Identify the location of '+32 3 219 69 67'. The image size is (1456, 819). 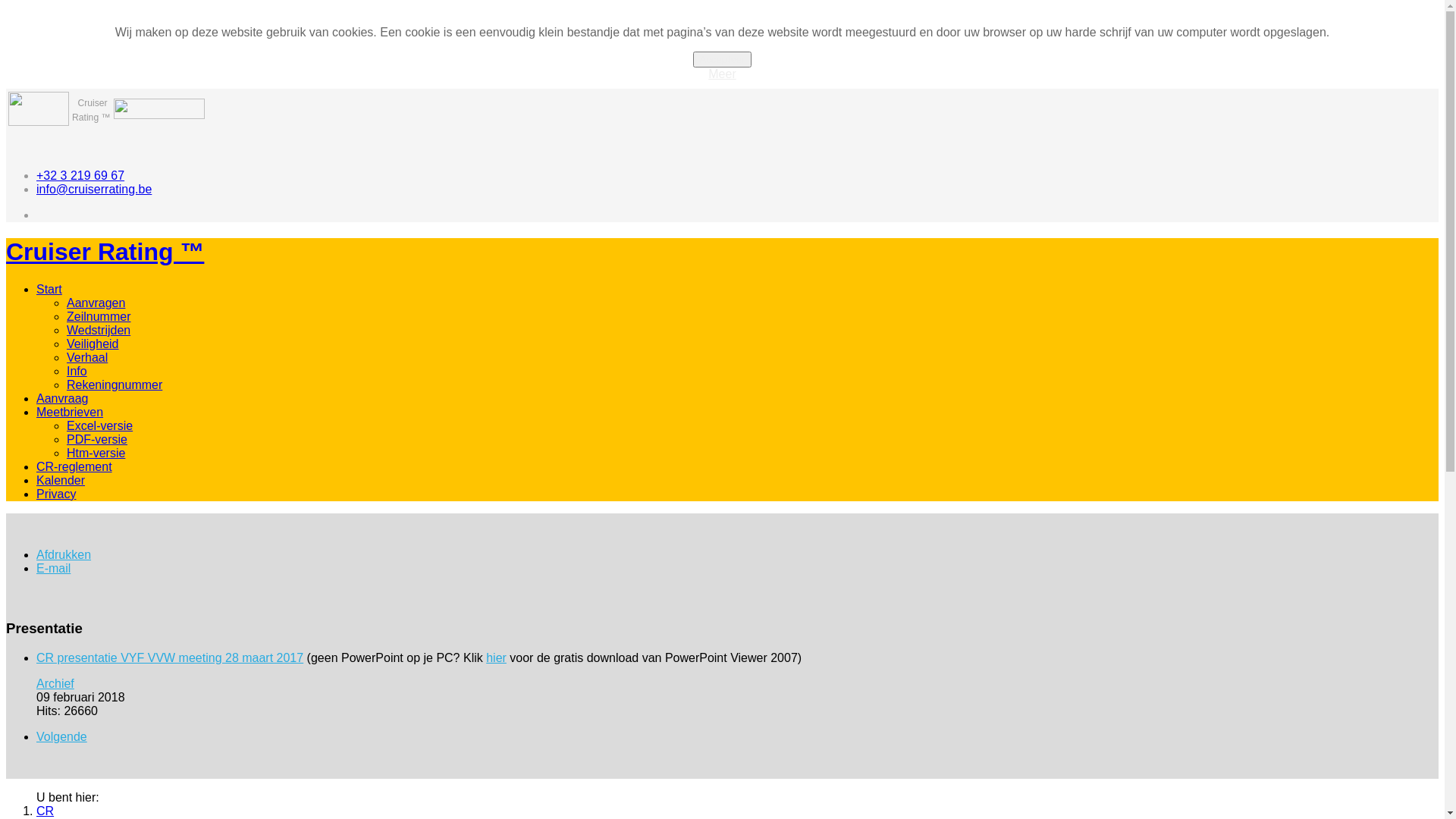
(79, 174).